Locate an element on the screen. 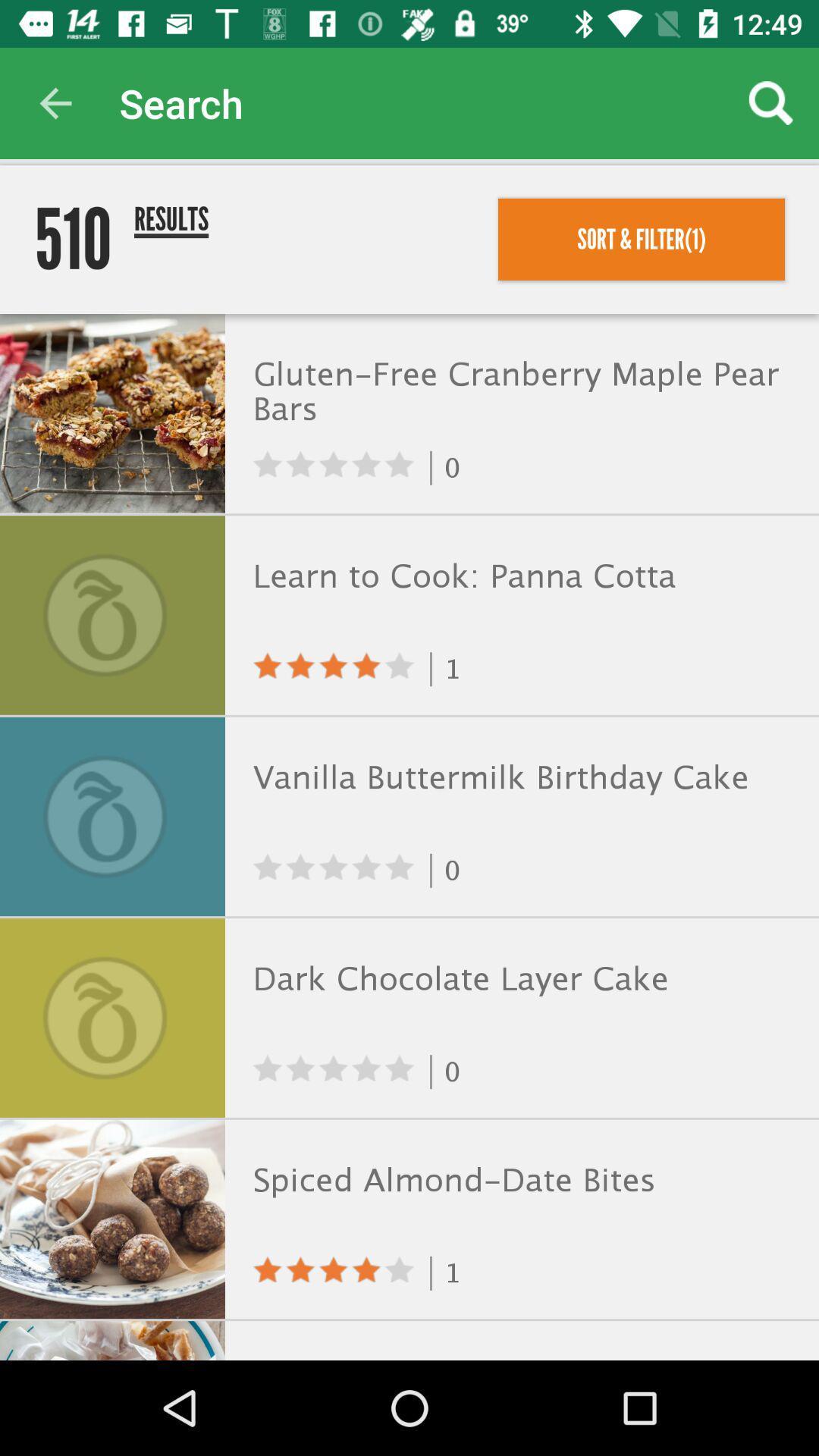  icon above 510 item is located at coordinates (55, 102).